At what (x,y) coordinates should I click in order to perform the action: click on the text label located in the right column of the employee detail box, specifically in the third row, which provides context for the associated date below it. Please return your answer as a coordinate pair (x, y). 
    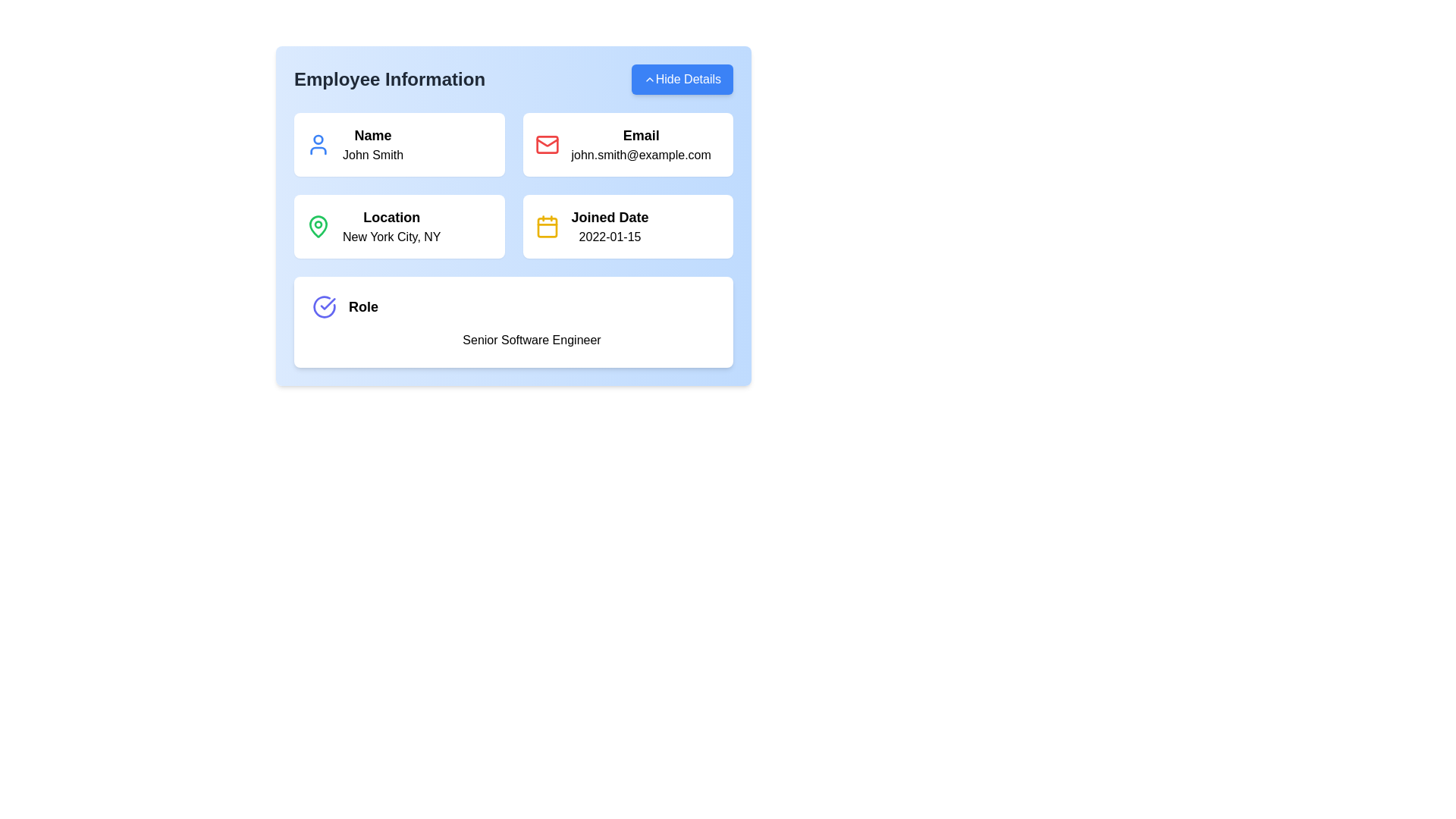
    Looking at the image, I should click on (610, 217).